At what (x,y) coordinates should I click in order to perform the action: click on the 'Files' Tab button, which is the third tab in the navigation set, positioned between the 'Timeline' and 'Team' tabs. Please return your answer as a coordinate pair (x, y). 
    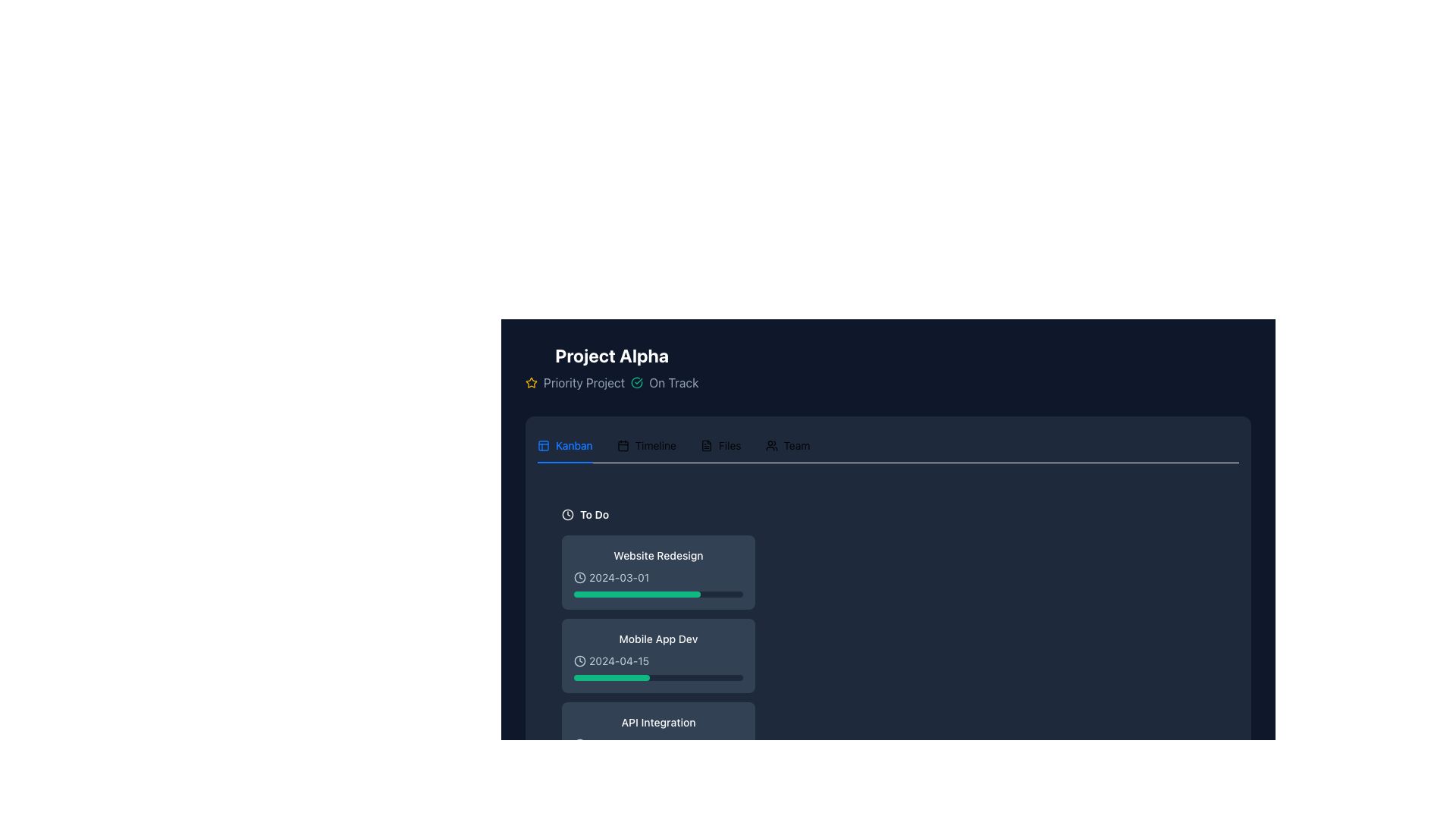
    Looking at the image, I should click on (720, 444).